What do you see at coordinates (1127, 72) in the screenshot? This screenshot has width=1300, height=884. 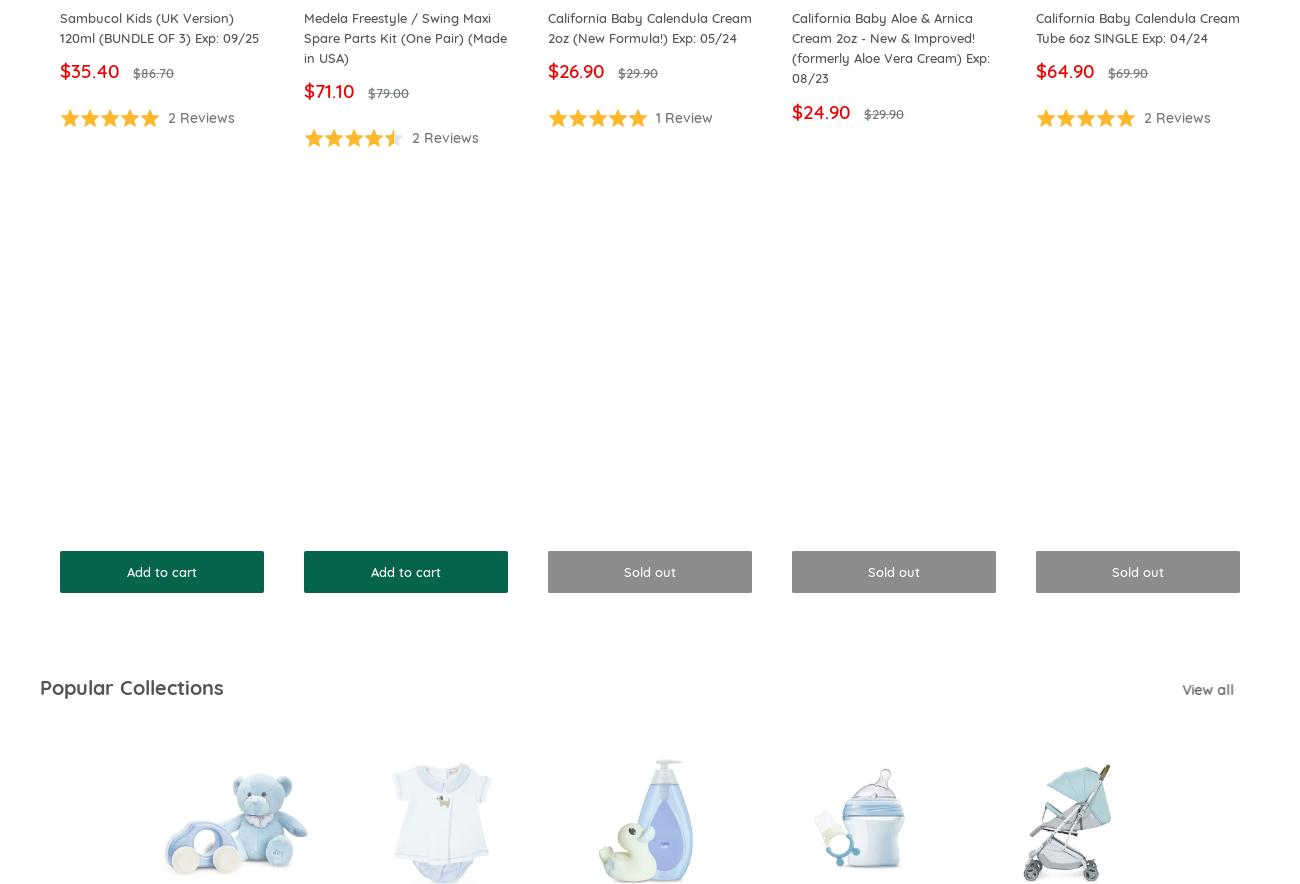 I see `'$69.90'` at bounding box center [1127, 72].